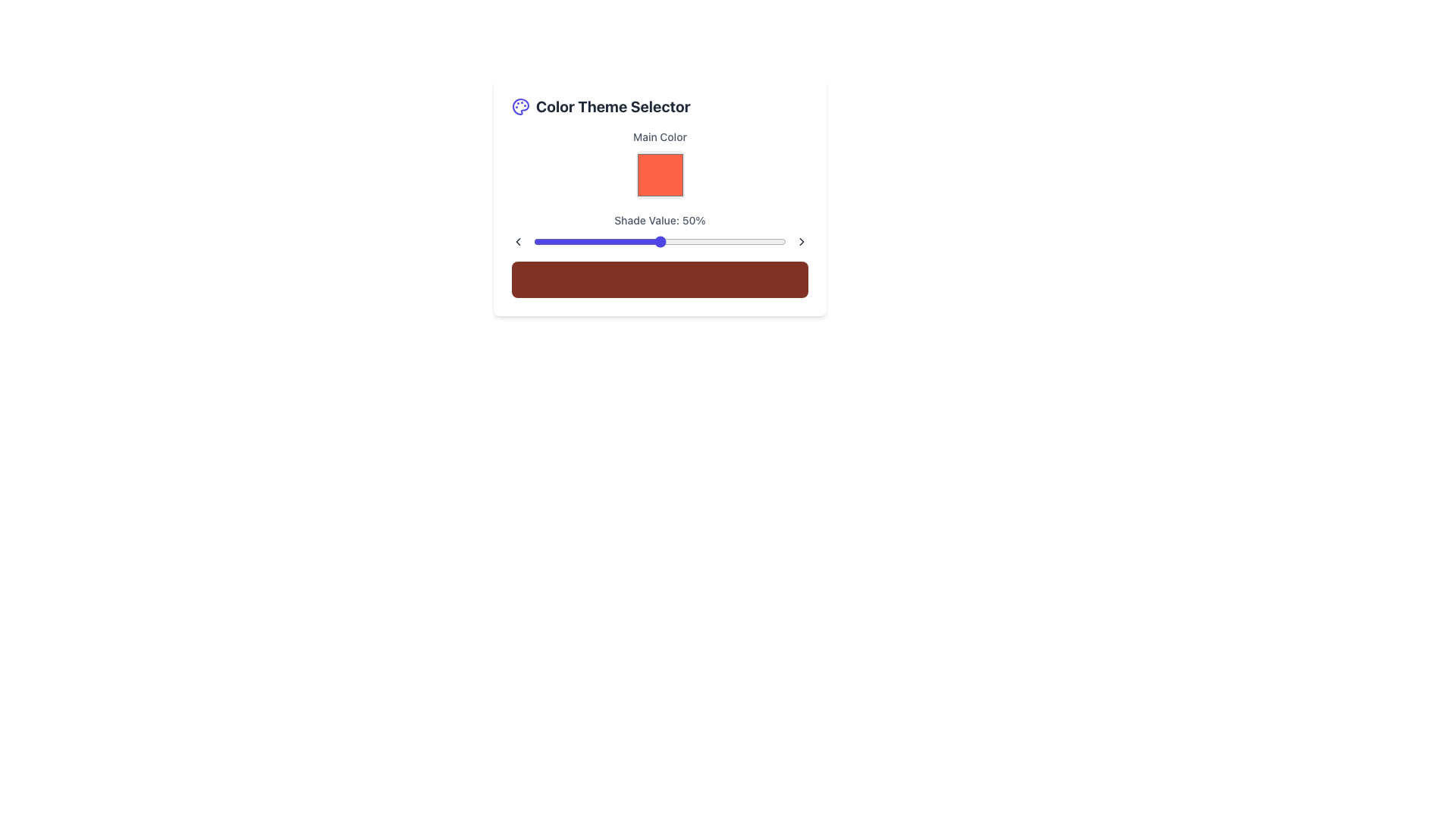 The width and height of the screenshot is (1456, 819). What do you see at coordinates (758, 241) in the screenshot?
I see `the shade value` at bounding box center [758, 241].